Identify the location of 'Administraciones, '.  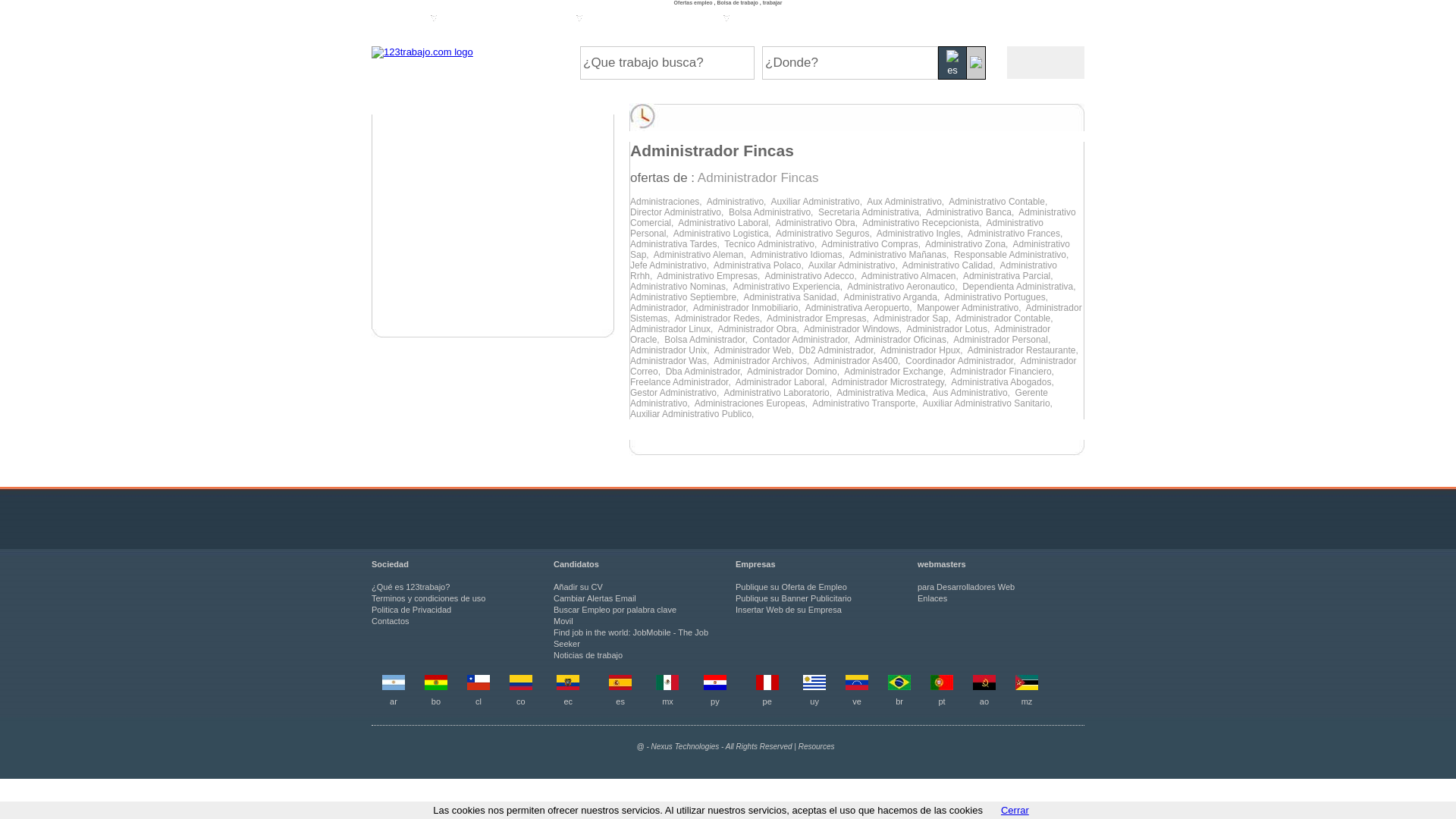
(667, 201).